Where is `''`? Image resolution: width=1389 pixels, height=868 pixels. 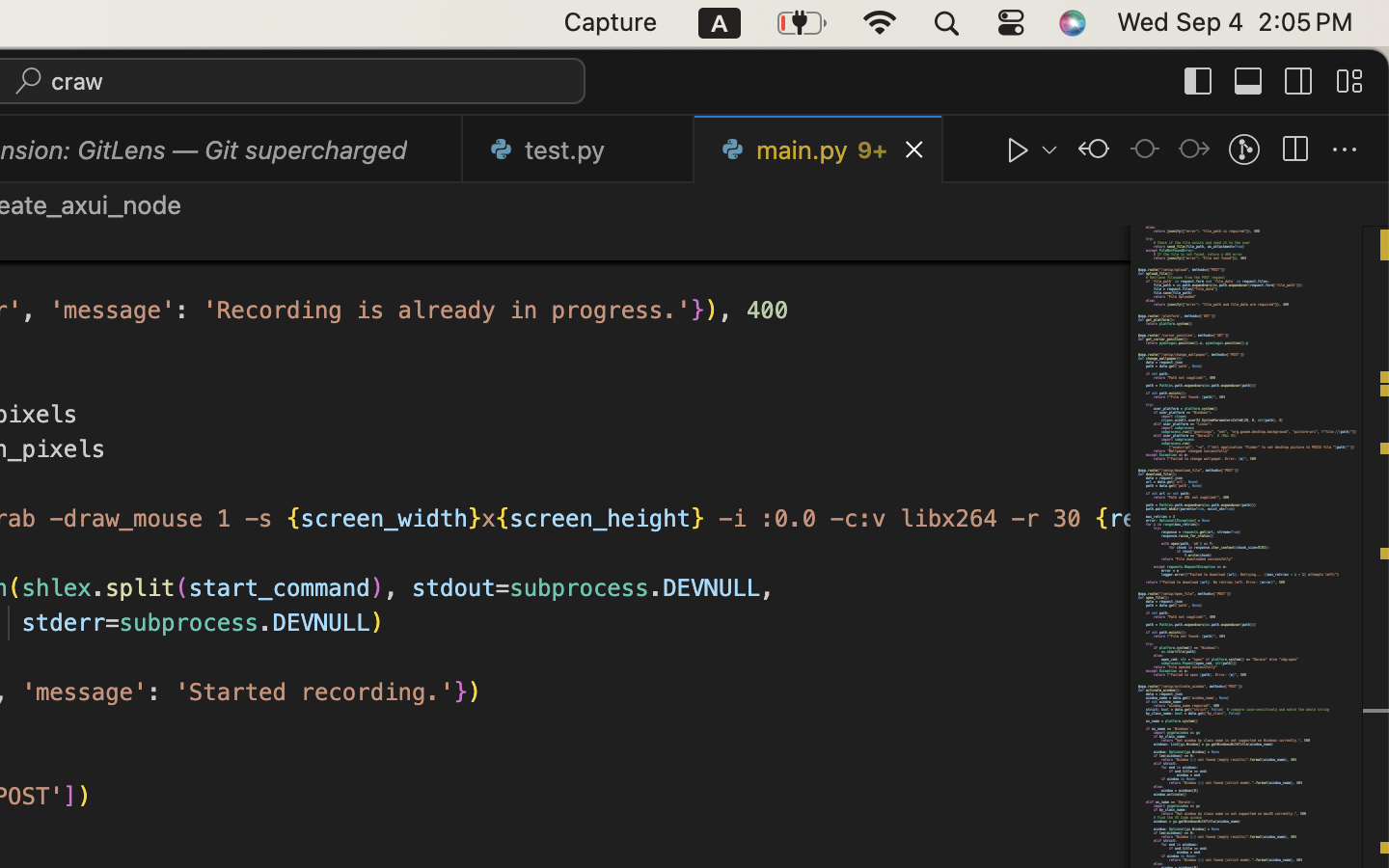 '' is located at coordinates (1093, 149).